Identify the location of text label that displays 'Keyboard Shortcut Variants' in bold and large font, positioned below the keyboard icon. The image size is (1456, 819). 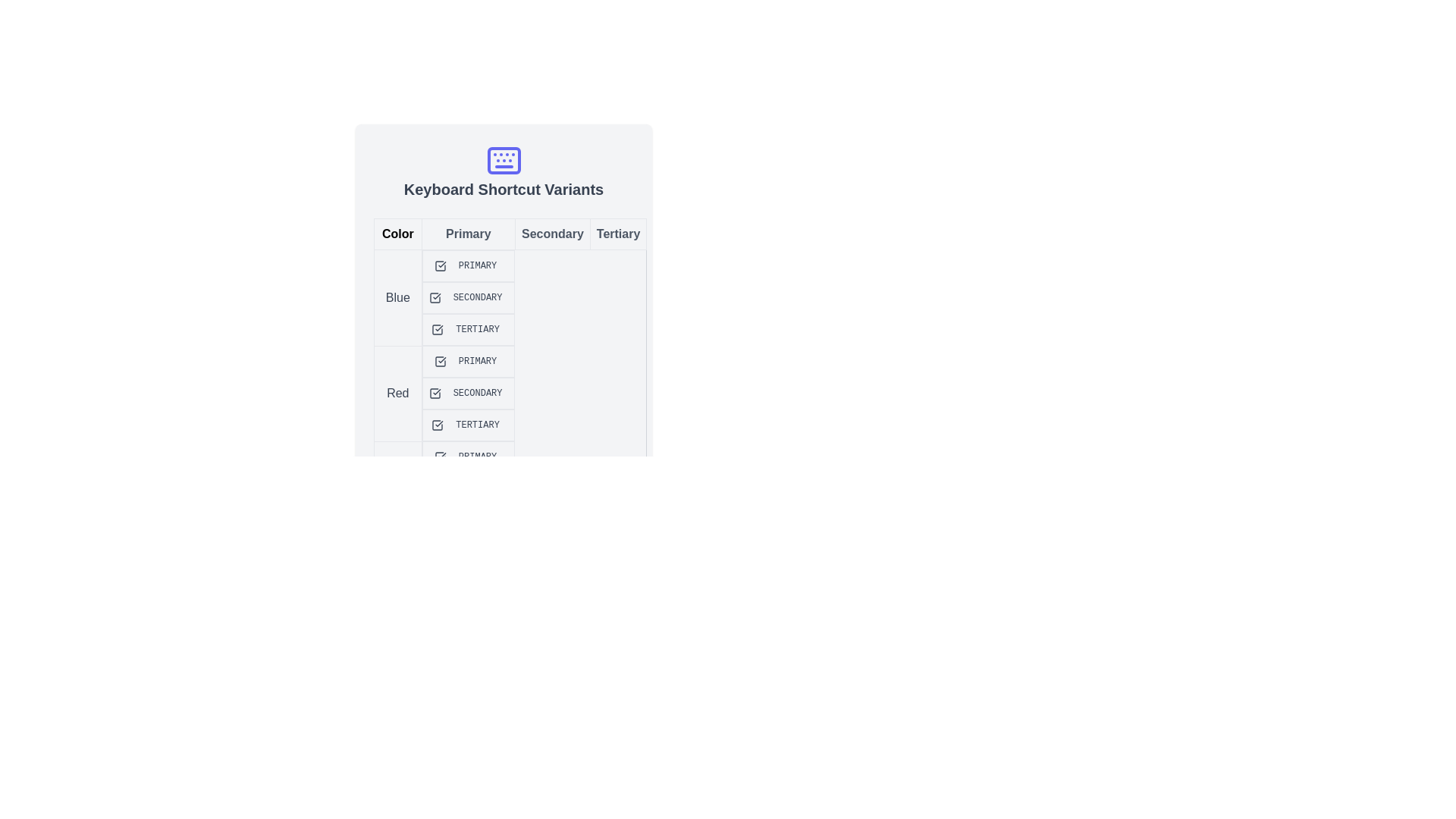
(504, 189).